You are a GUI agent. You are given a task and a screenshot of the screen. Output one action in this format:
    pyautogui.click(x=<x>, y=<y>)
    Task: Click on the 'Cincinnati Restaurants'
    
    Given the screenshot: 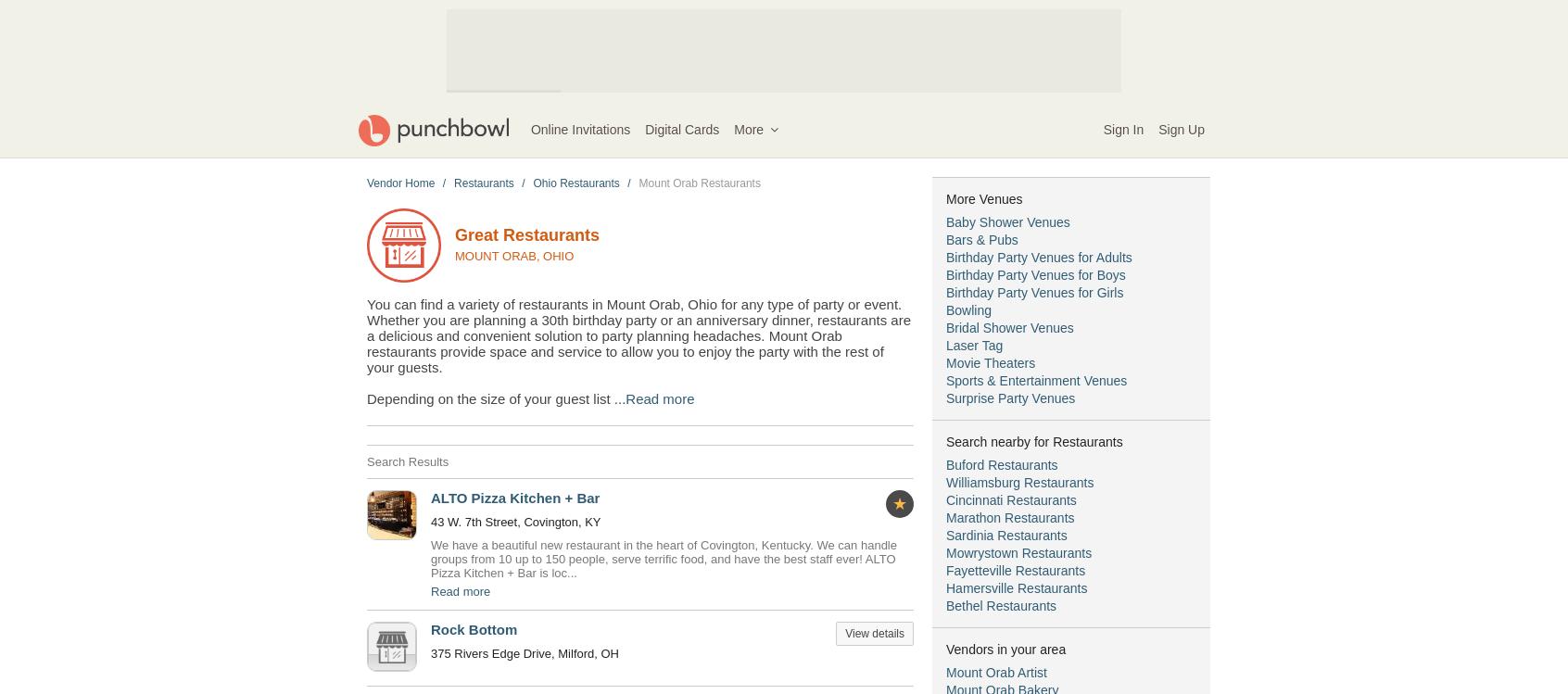 What is the action you would take?
    pyautogui.click(x=1011, y=500)
    